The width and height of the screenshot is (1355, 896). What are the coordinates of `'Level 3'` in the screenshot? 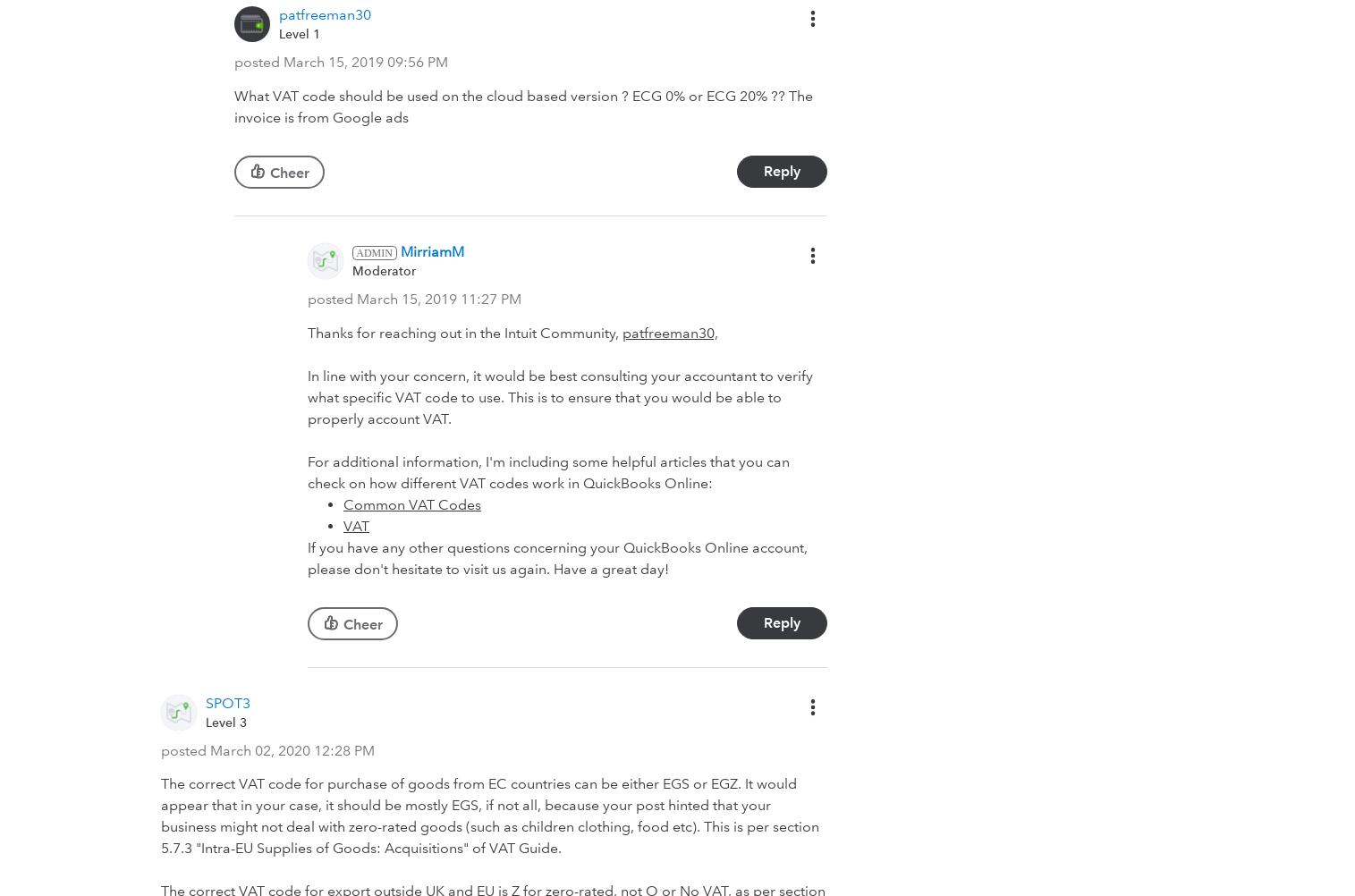 It's located at (204, 721).